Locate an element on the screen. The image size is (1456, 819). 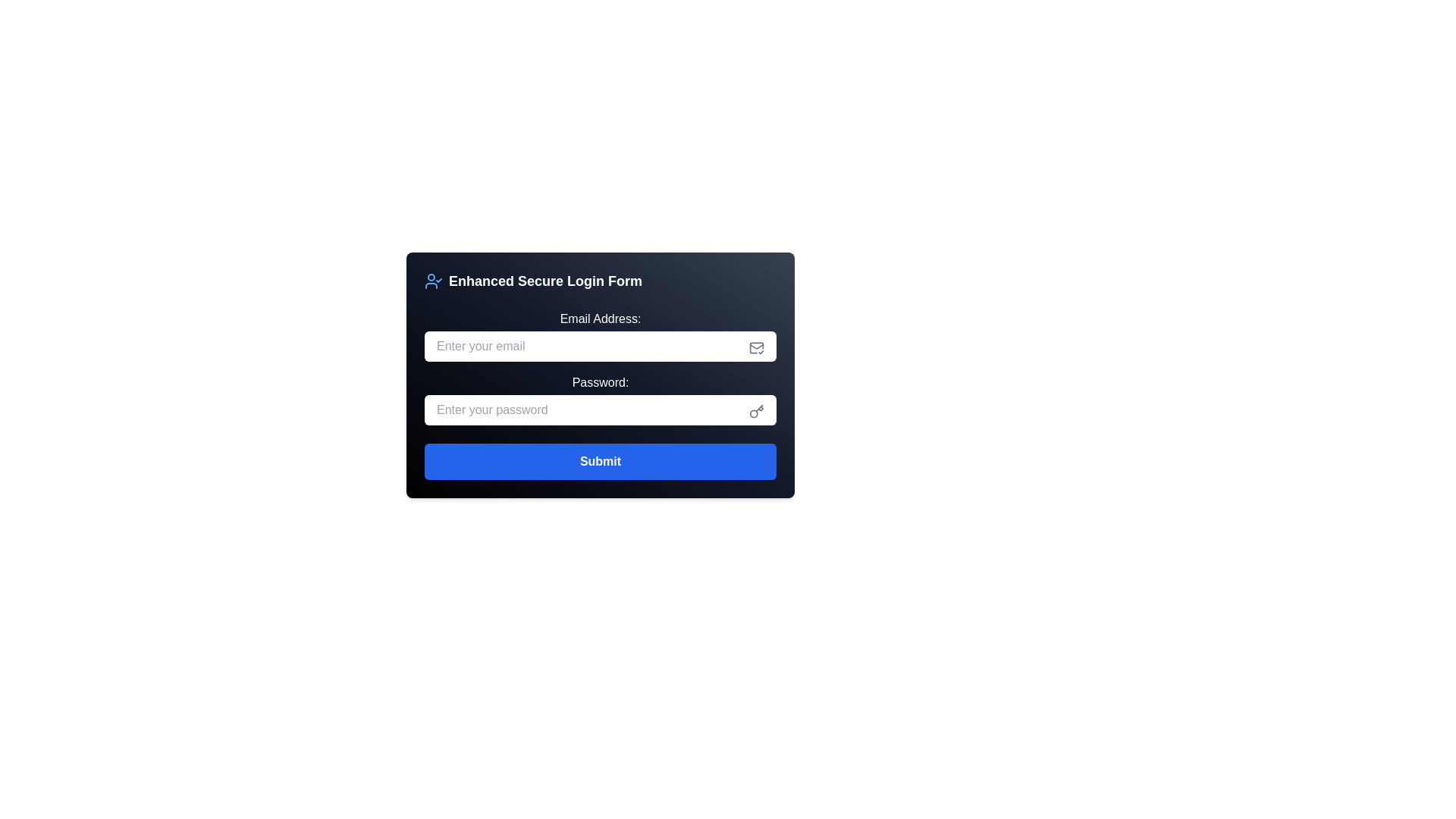
the SVG icon of a user check, which has a blue outline and is located to the left of the title text 'Enhanced Secure Login Form' is located at coordinates (432, 281).